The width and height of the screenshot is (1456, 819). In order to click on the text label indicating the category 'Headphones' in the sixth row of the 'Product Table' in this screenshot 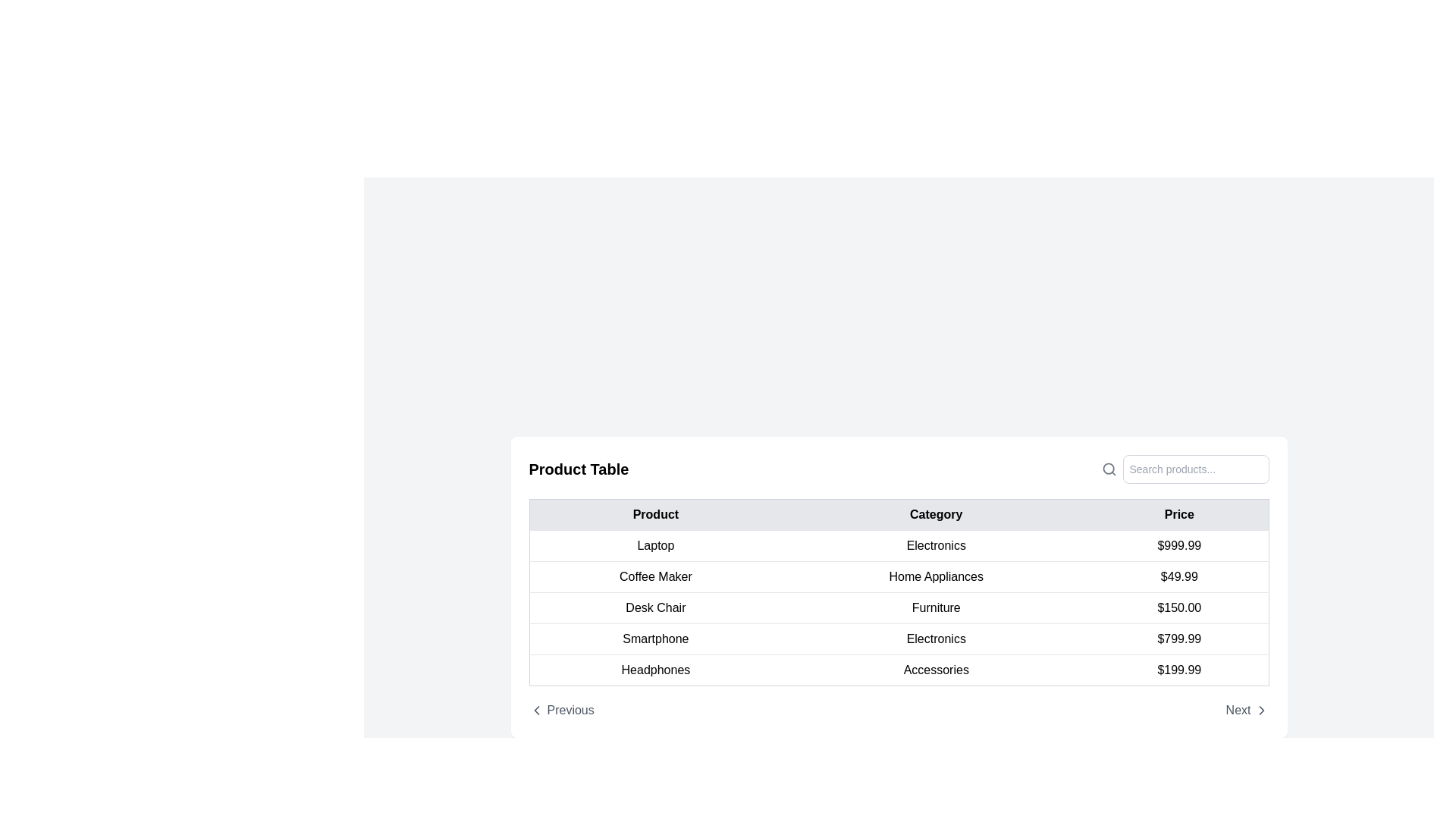, I will do `click(935, 669)`.